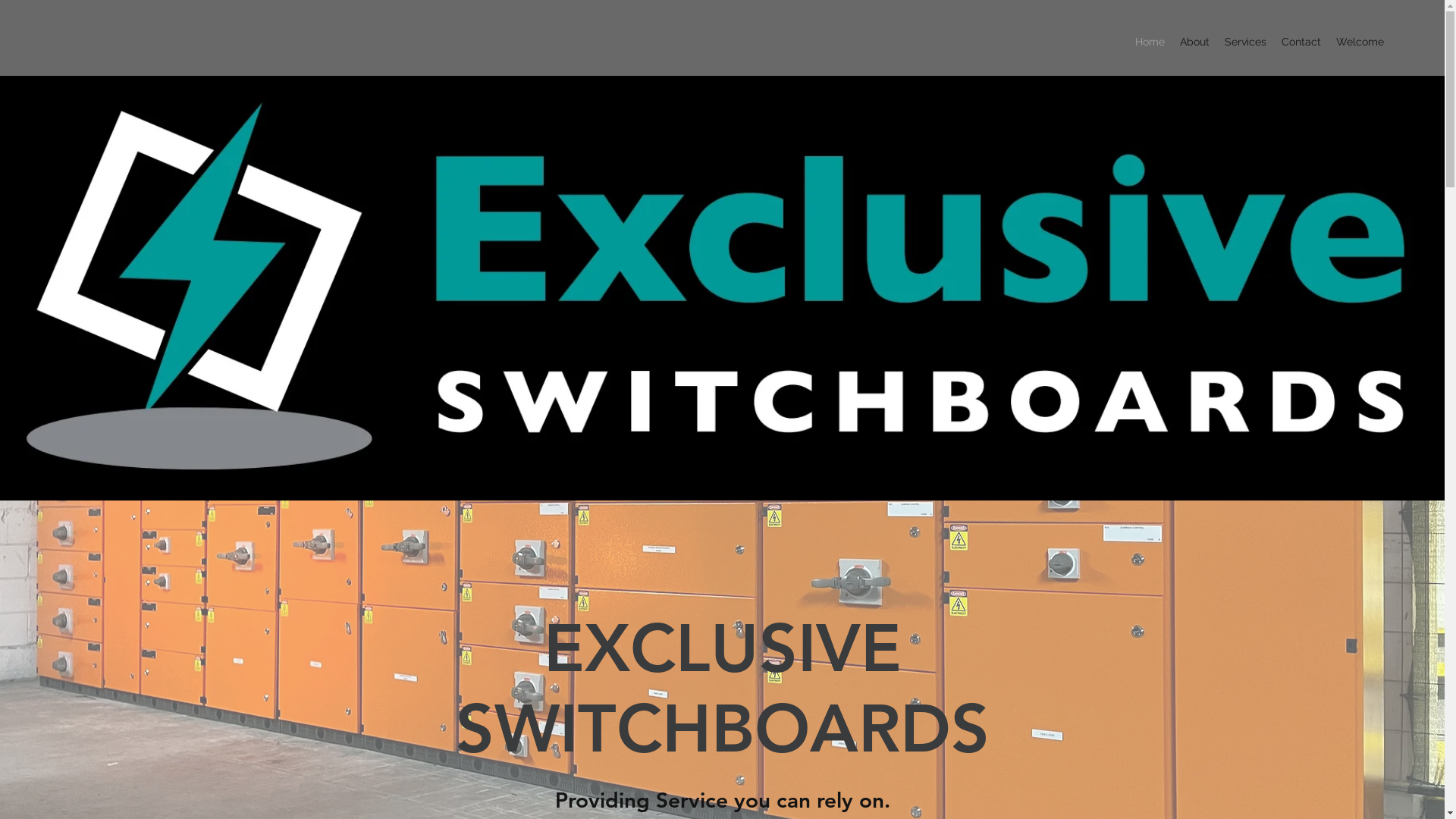 Image resolution: width=1456 pixels, height=819 pixels. What do you see at coordinates (1360, 40) in the screenshot?
I see `'Welcome'` at bounding box center [1360, 40].